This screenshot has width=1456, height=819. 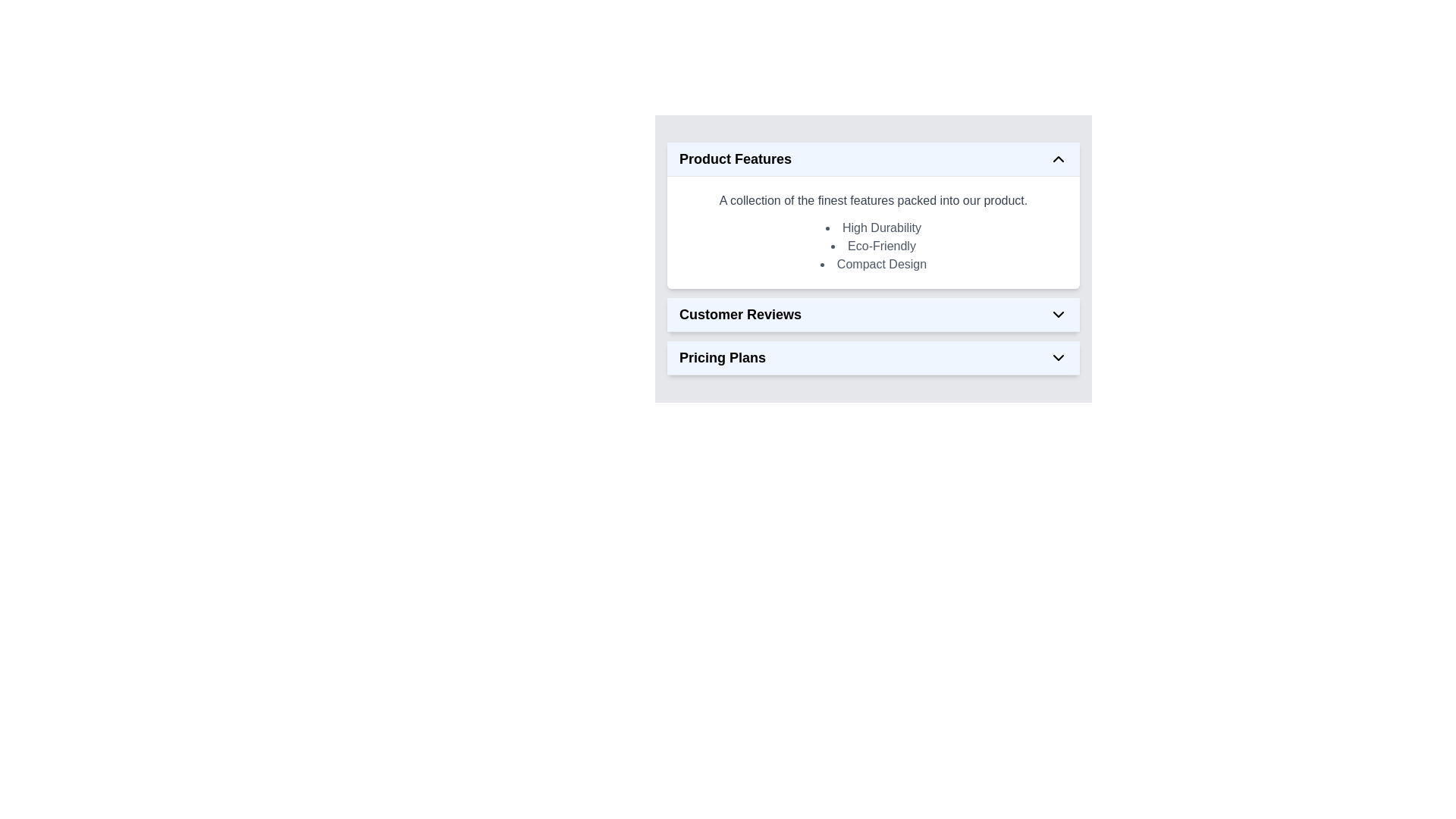 What do you see at coordinates (1058, 357) in the screenshot?
I see `the downward-pointing chevron icon located at the right end of the 'Pricing Plans' row` at bounding box center [1058, 357].